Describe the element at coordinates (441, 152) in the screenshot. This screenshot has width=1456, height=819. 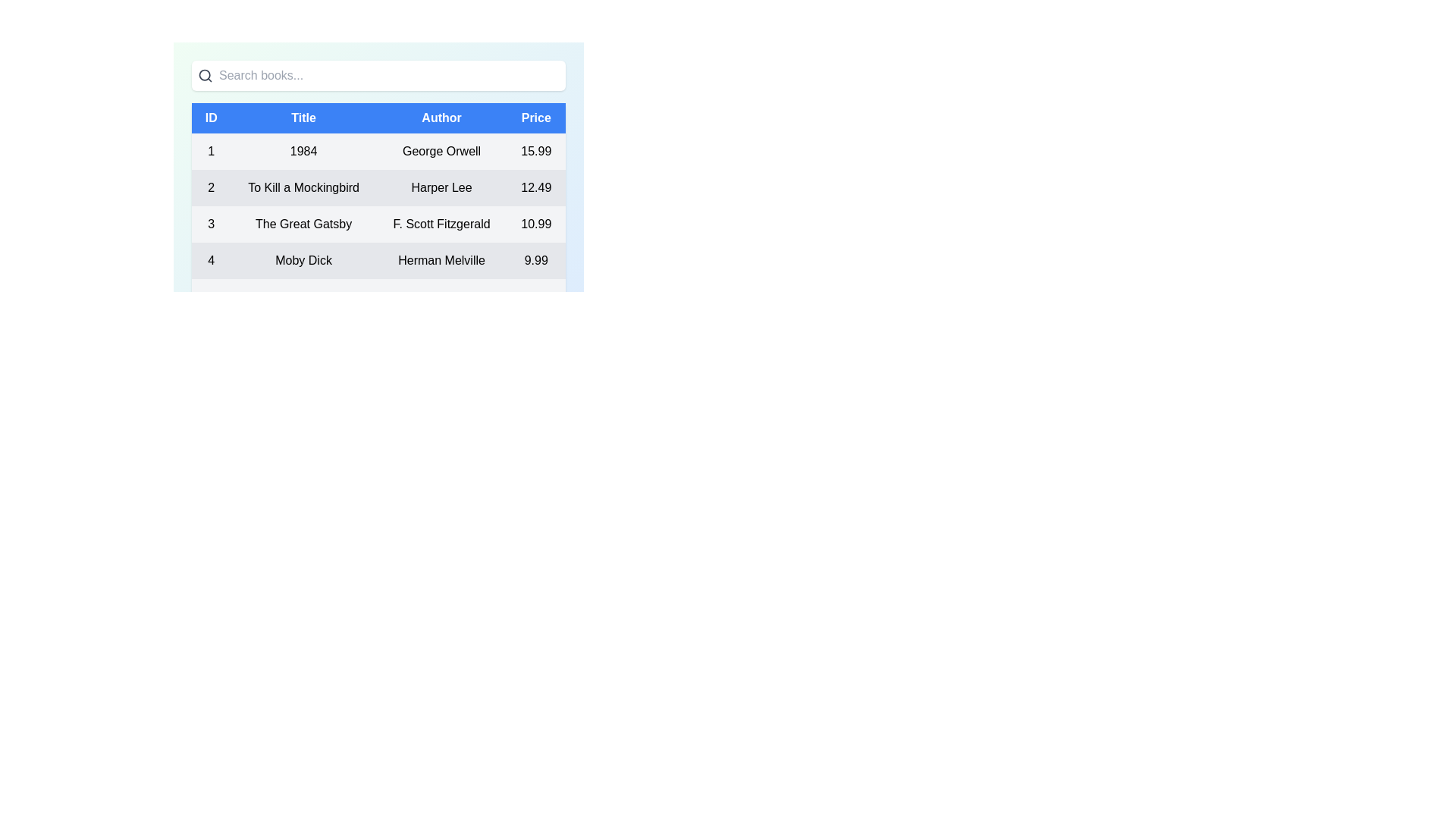
I see `the text label displaying 'George Orwell'` at that location.